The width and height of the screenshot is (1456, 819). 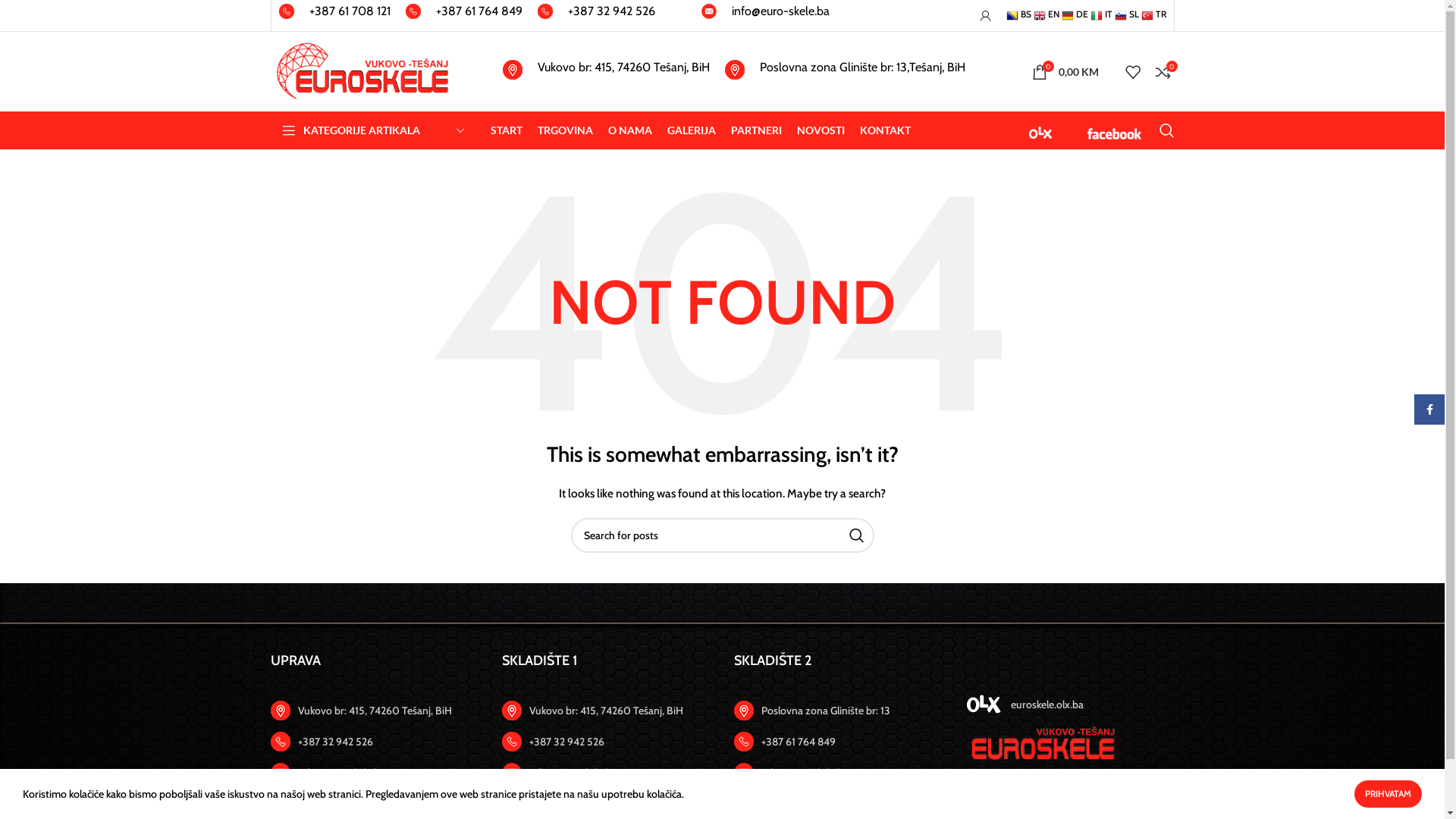 What do you see at coordinates (1388, 792) in the screenshot?
I see `'PRIHVATAM'` at bounding box center [1388, 792].